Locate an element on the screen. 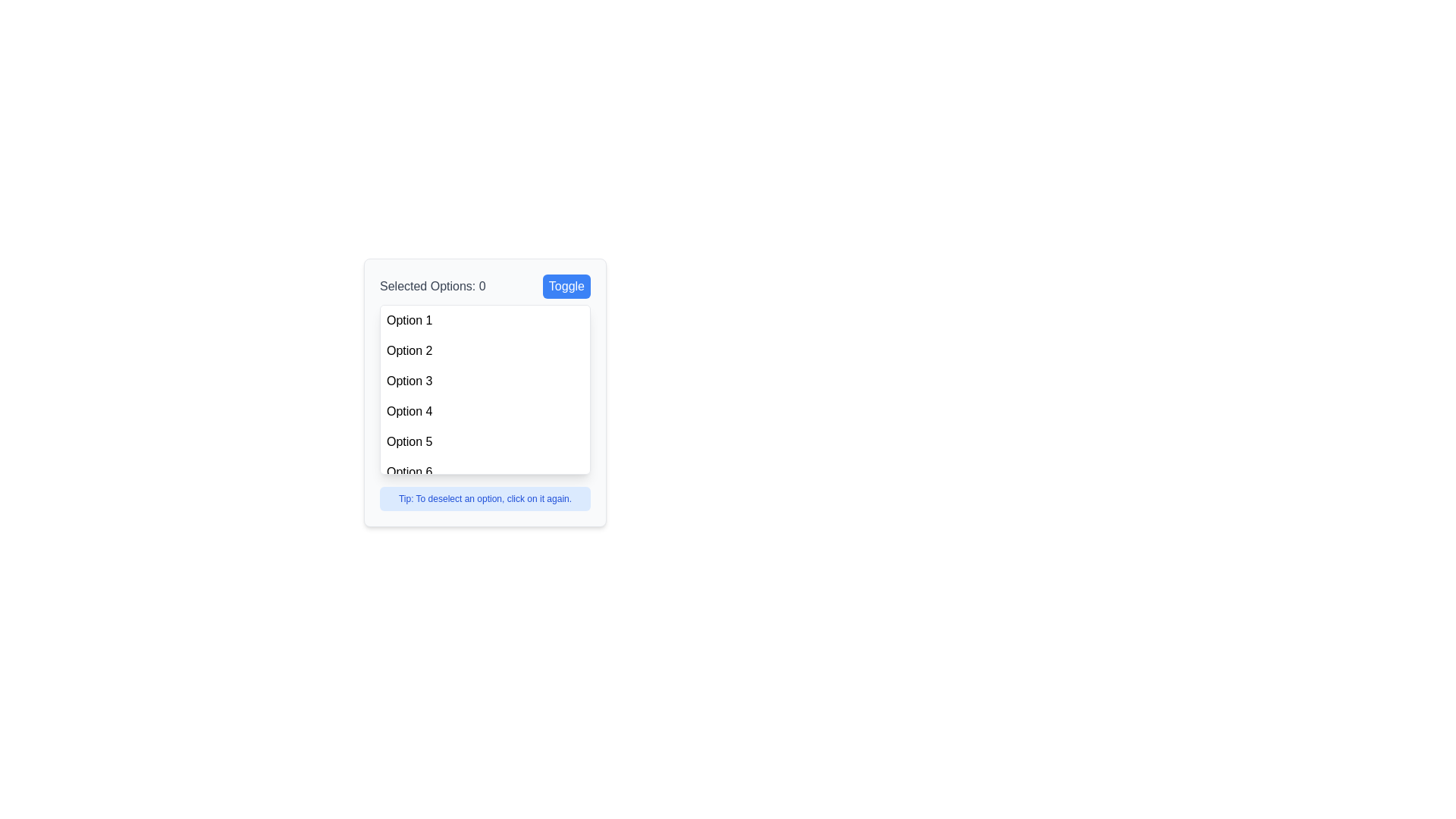 This screenshot has height=819, width=1456. the label displaying 'Option 3', which is the third item in a vertical list of options in a drop-down menu is located at coordinates (409, 380).